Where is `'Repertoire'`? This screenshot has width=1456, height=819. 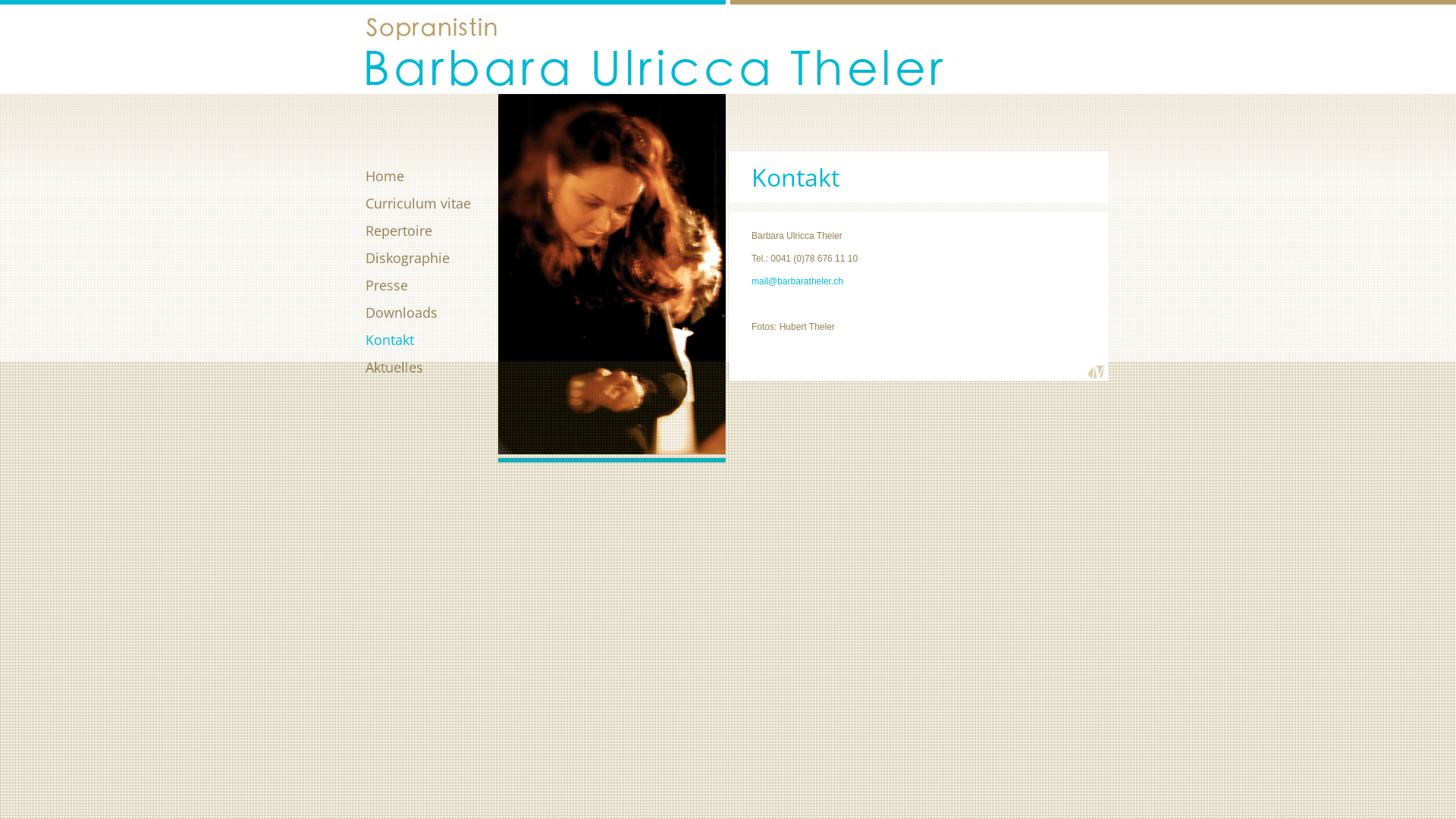
'Repertoire' is located at coordinates (431, 231).